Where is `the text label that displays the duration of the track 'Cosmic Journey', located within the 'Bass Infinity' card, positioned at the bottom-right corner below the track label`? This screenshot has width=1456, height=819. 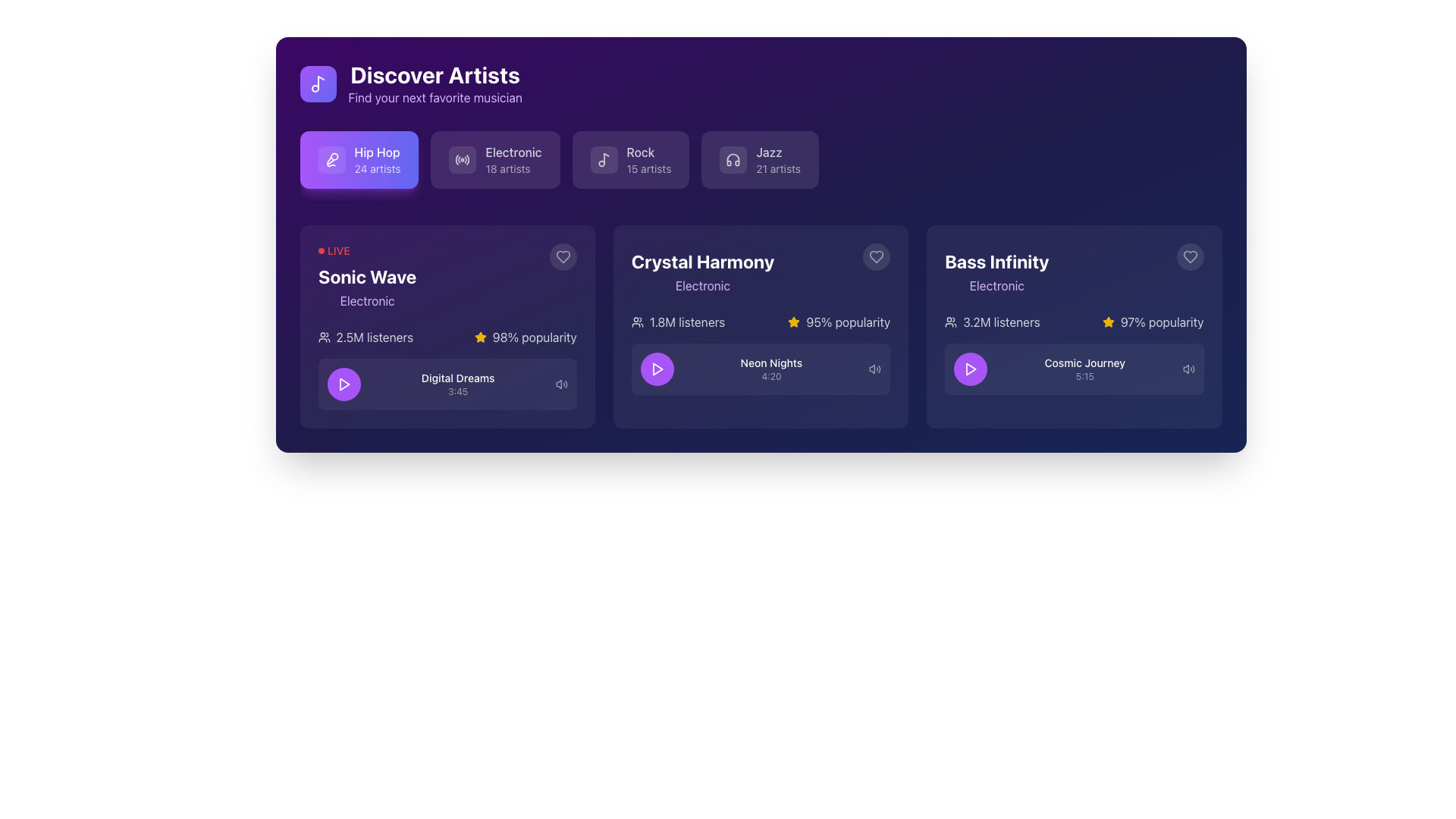 the text label that displays the duration of the track 'Cosmic Journey', located within the 'Bass Infinity' card, positioned at the bottom-right corner below the track label is located at coordinates (1084, 376).